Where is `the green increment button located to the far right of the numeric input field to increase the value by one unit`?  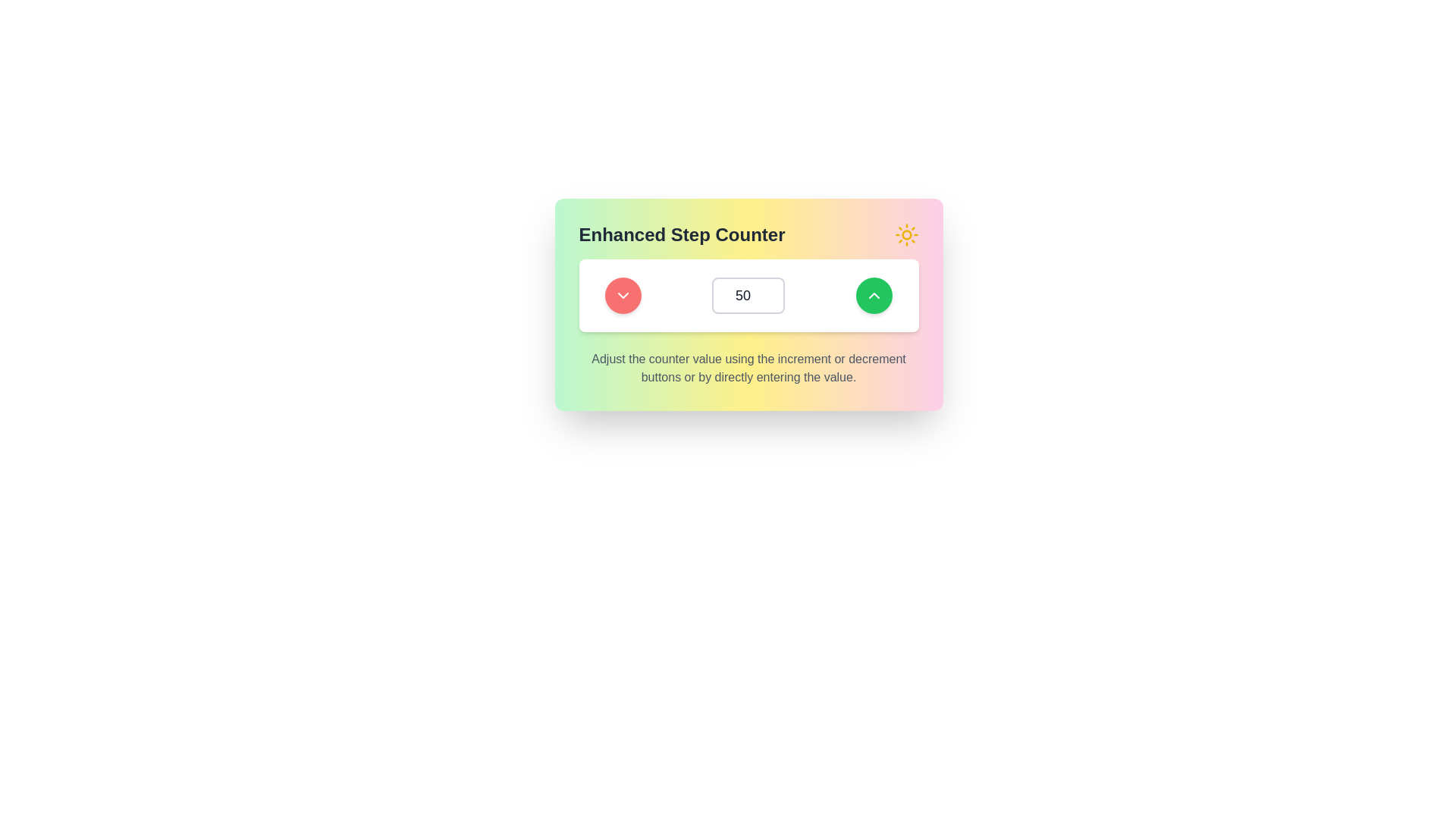
the green increment button located to the far right of the numeric input field to increase the value by one unit is located at coordinates (874, 295).